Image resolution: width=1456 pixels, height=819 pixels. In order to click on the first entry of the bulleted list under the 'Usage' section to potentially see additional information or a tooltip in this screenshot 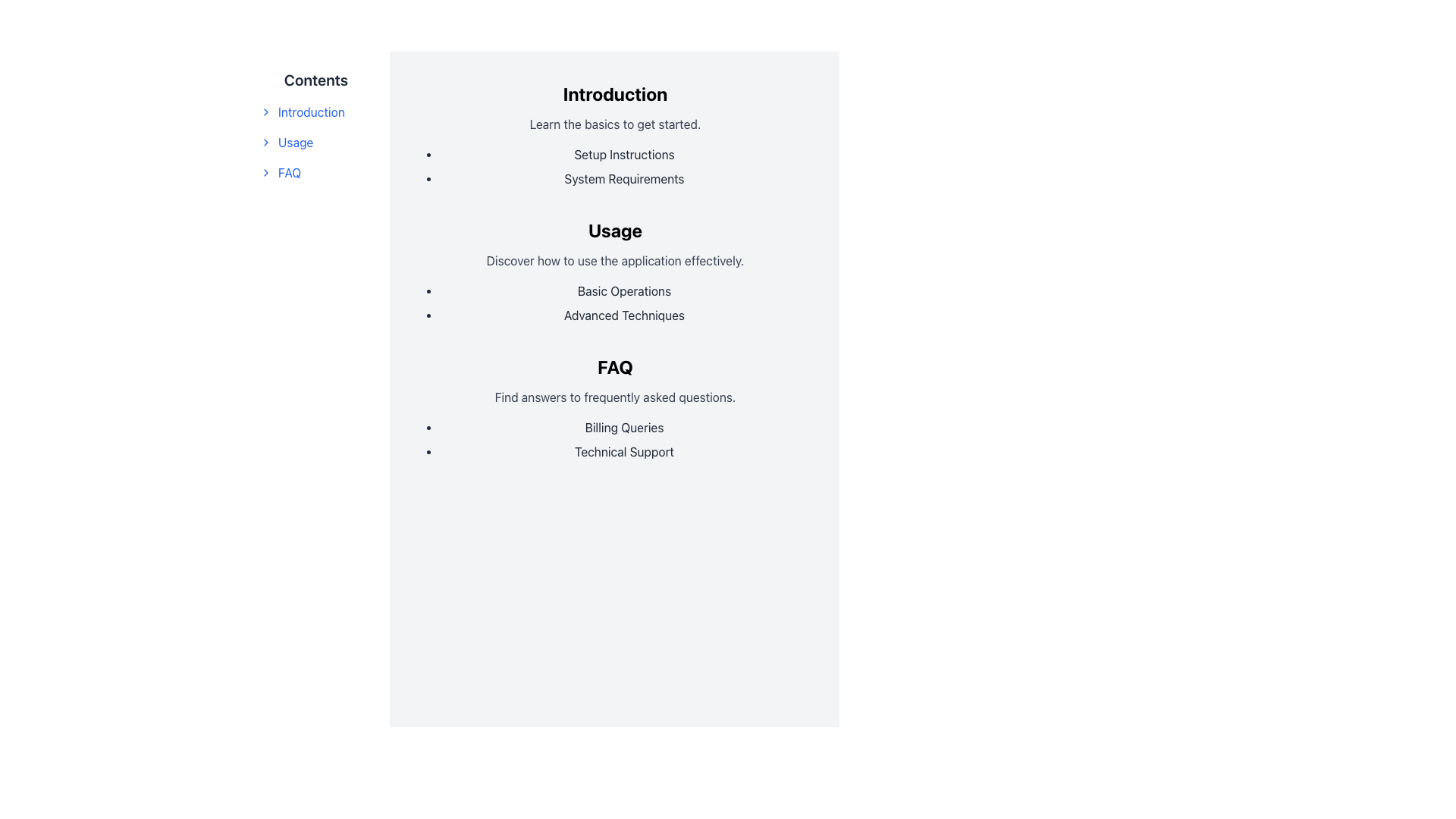, I will do `click(615, 303)`.